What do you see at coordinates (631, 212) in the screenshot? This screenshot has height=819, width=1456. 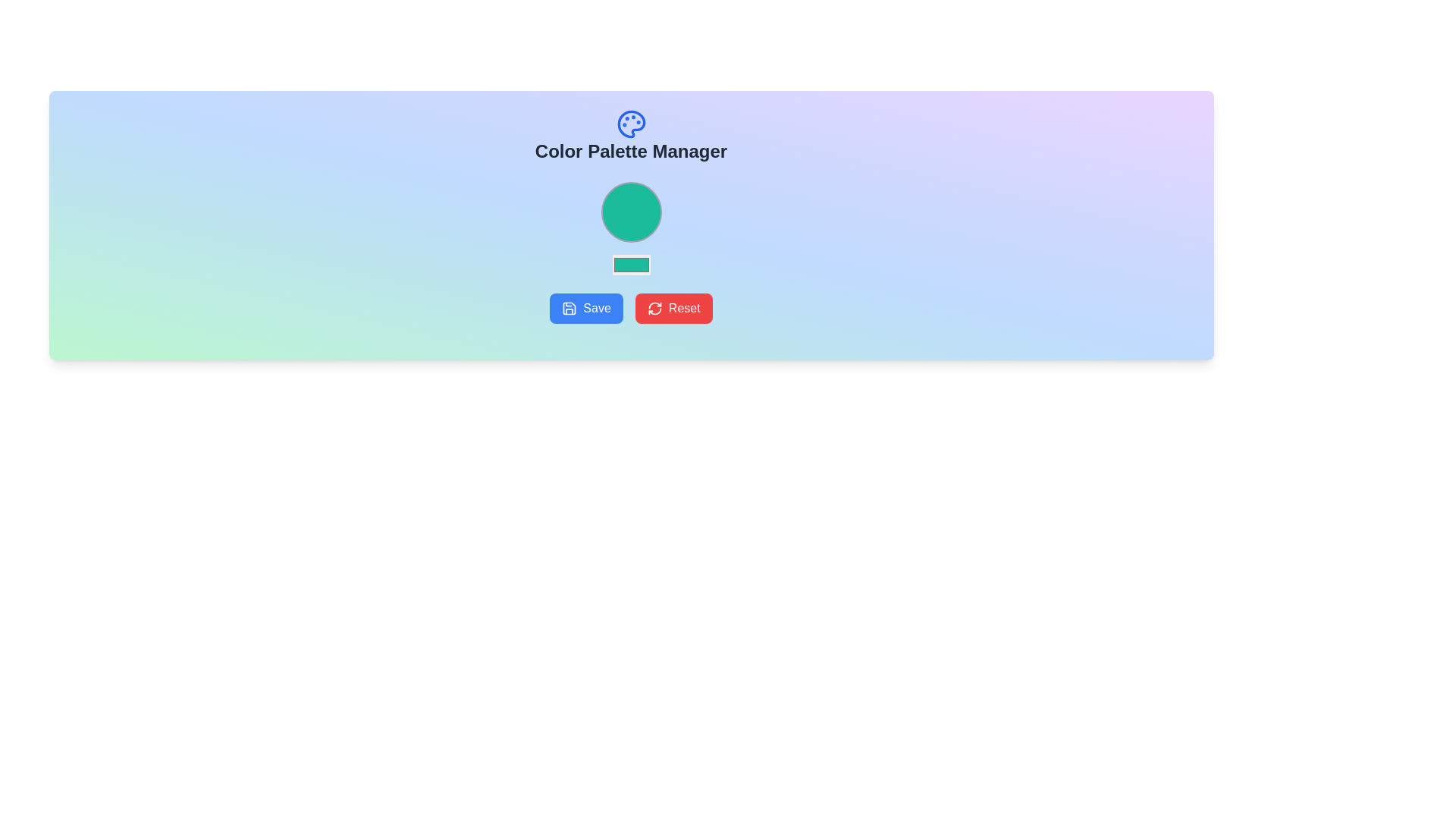 I see `the displayed color in the circular indicator located centrally below the 'Color Palette Manager' header` at bounding box center [631, 212].